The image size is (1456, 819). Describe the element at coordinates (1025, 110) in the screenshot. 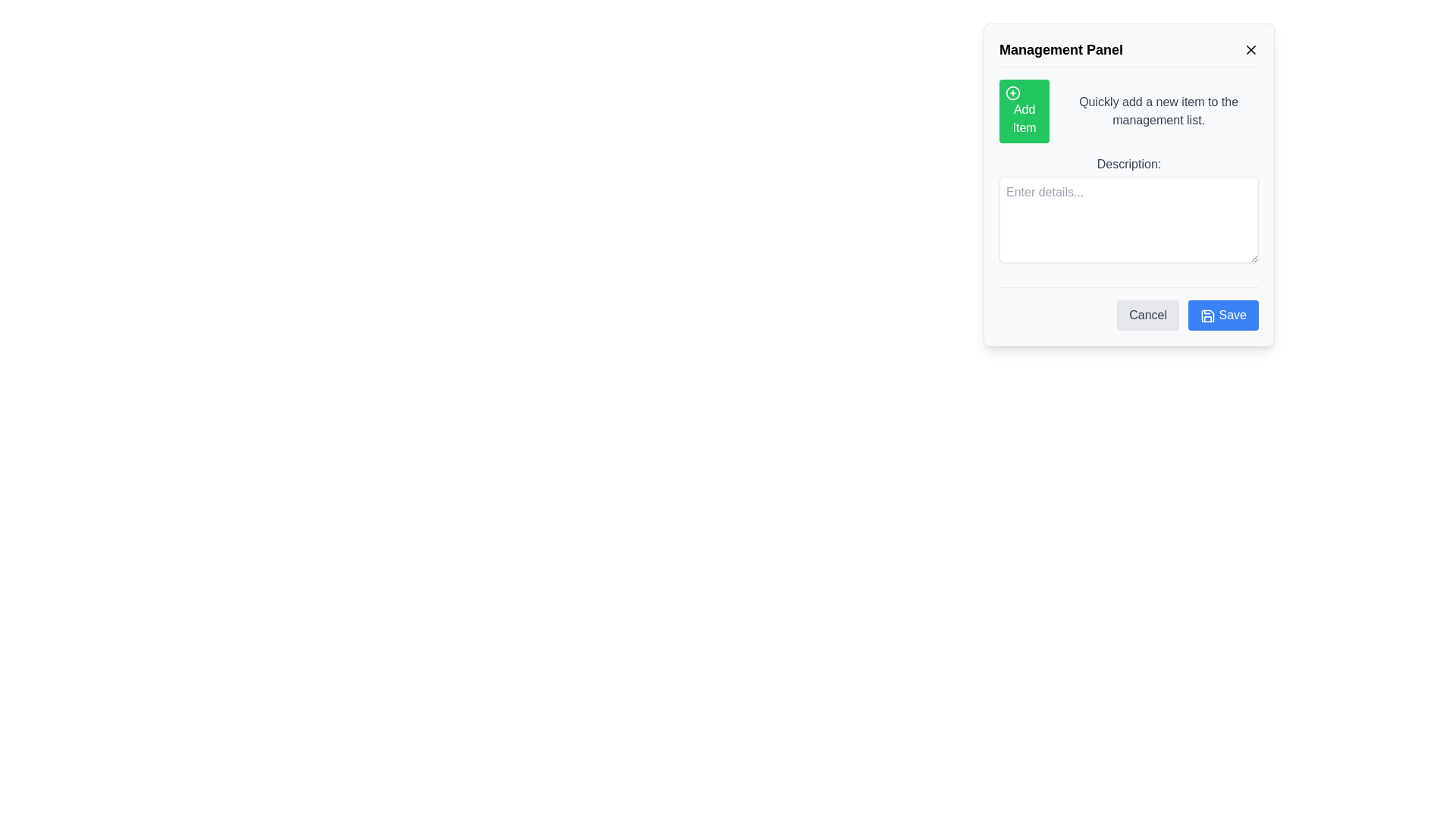

I see `the button located in the upper left section of the 'Management Panel' dialog box` at that location.